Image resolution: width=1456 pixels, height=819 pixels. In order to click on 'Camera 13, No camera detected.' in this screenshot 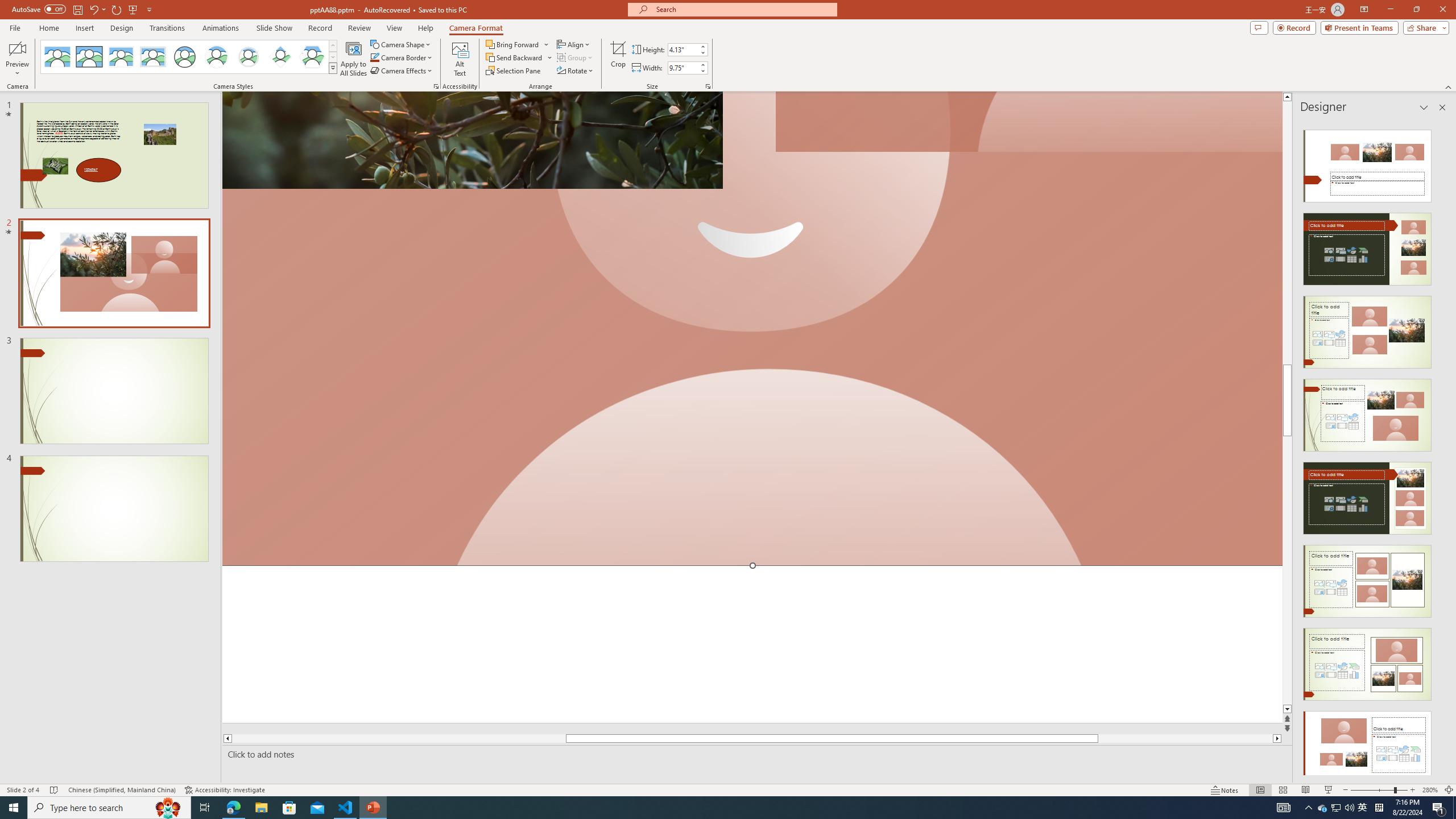, I will do `click(752, 329)`.